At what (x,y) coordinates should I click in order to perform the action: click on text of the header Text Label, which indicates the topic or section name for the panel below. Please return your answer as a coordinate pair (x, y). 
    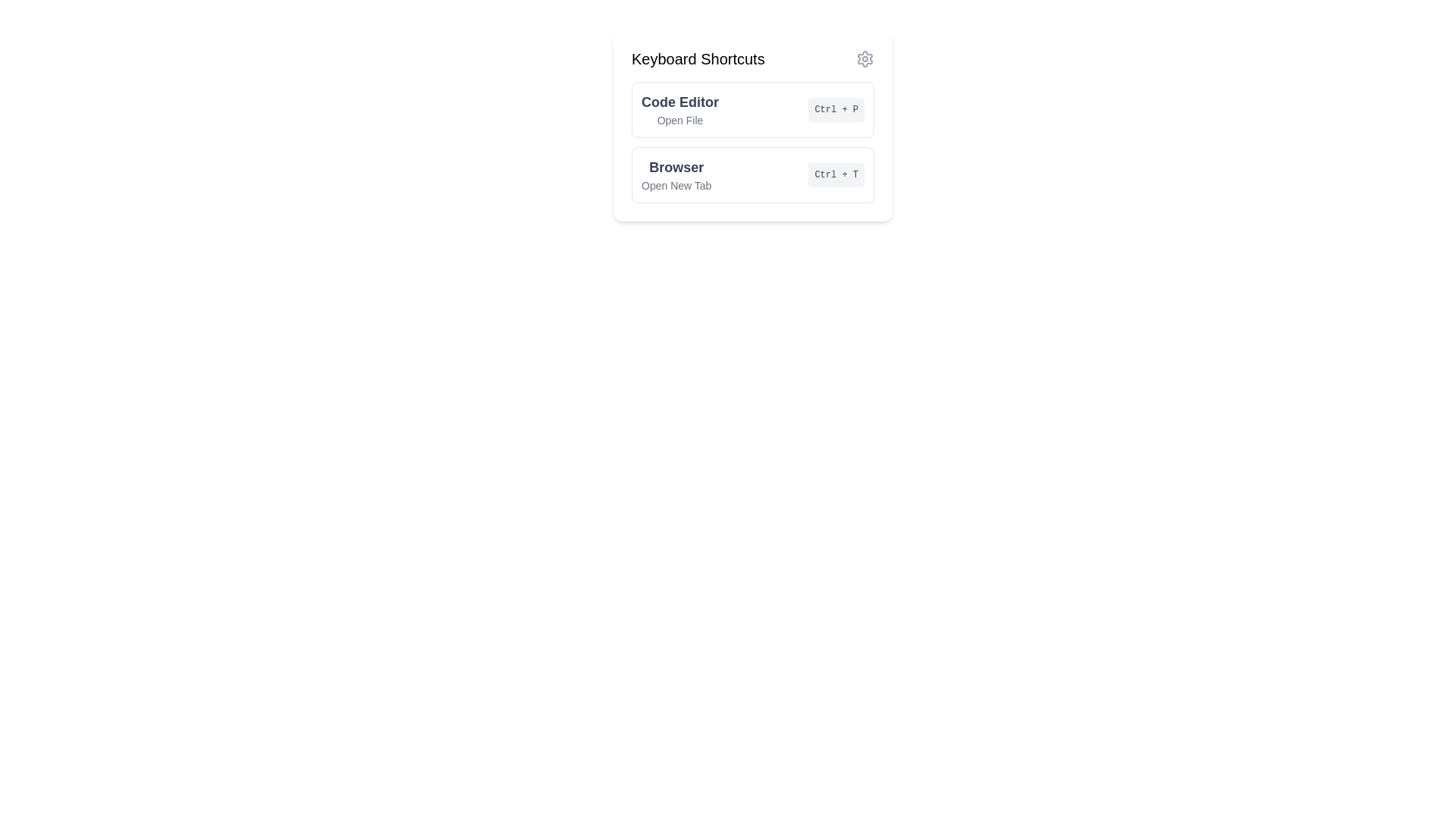
    Looking at the image, I should click on (697, 58).